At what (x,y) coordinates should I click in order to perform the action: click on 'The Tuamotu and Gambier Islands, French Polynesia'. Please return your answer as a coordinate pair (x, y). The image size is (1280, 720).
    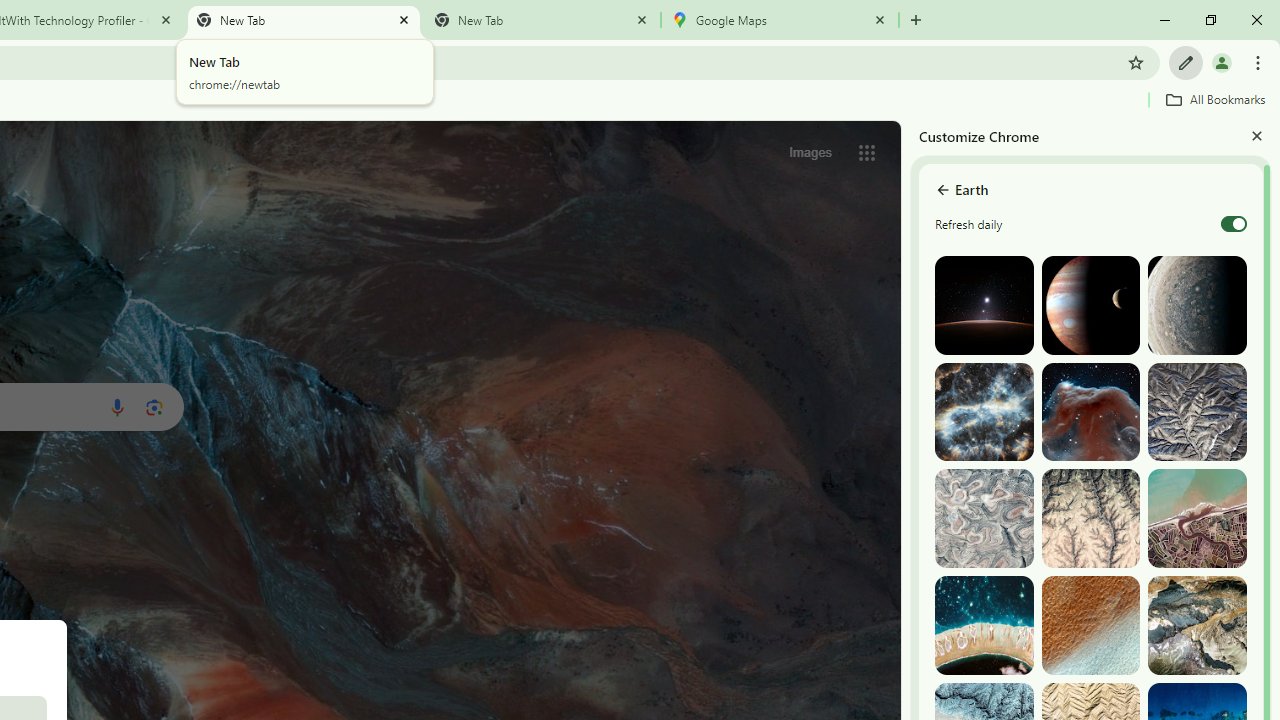
    Looking at the image, I should click on (984, 624).